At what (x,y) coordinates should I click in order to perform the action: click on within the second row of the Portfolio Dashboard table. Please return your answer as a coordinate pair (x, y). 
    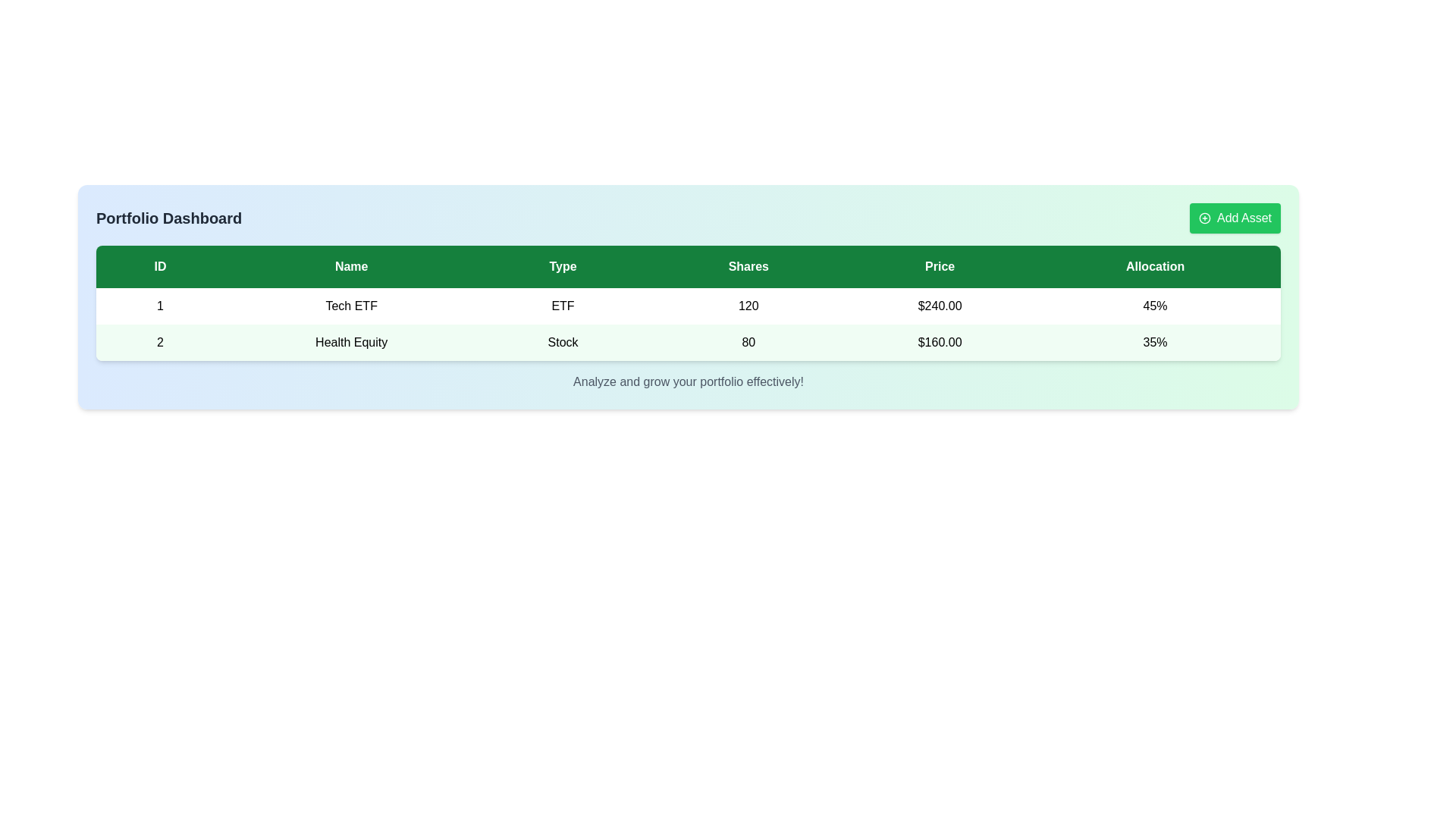
    Looking at the image, I should click on (687, 342).